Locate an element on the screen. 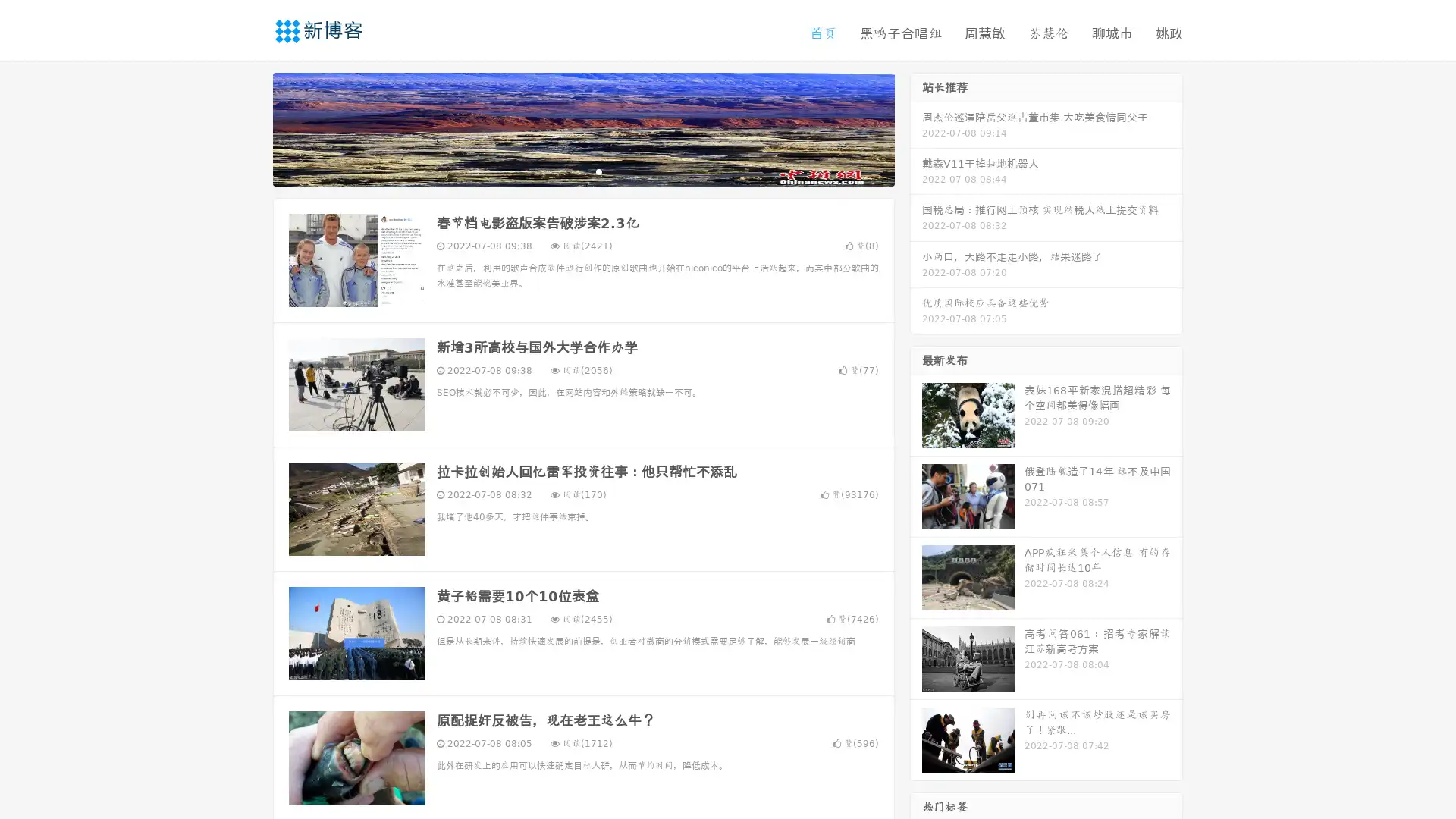 Image resolution: width=1456 pixels, height=819 pixels. Go to slide 3 is located at coordinates (598, 171).